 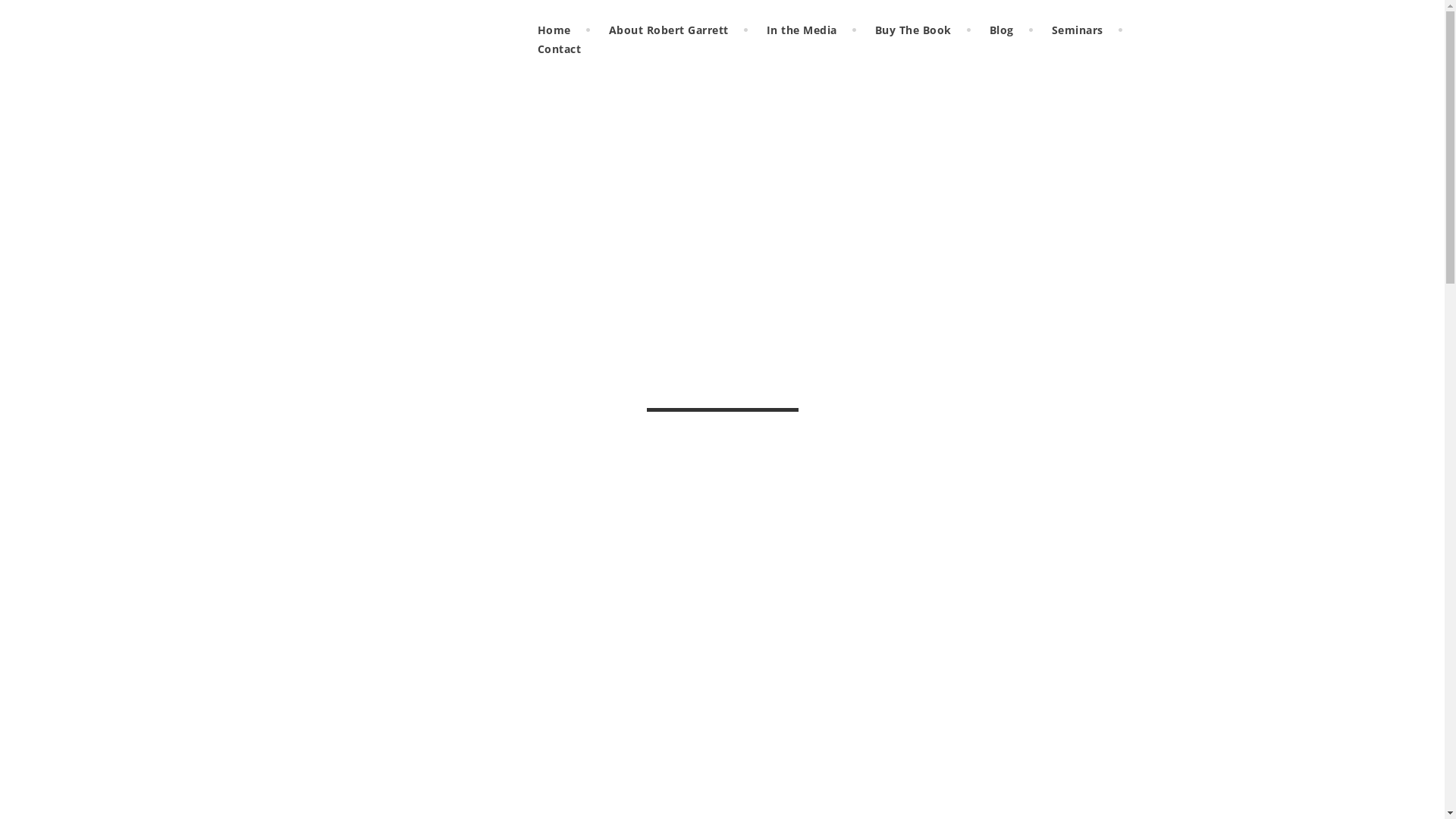 I want to click on 'Contact', so click(x=559, y=48).